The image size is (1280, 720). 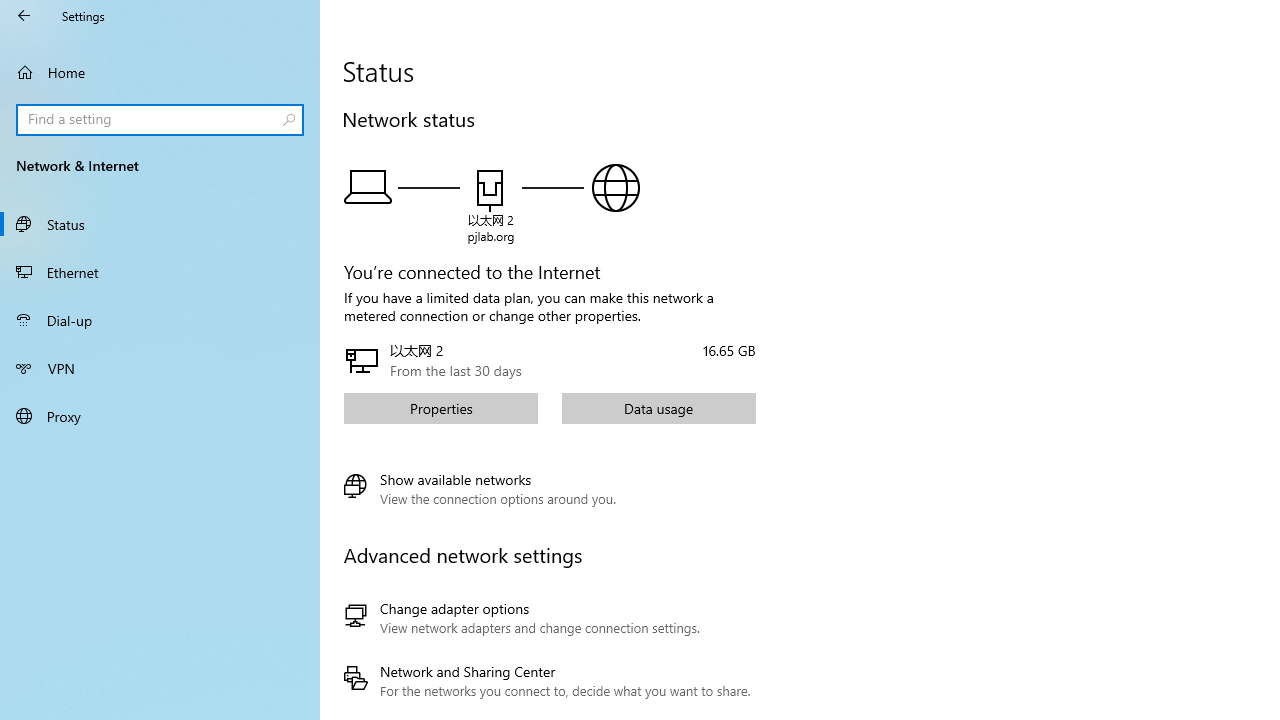 I want to click on 'Search box, Find a setting', so click(x=160, y=119).